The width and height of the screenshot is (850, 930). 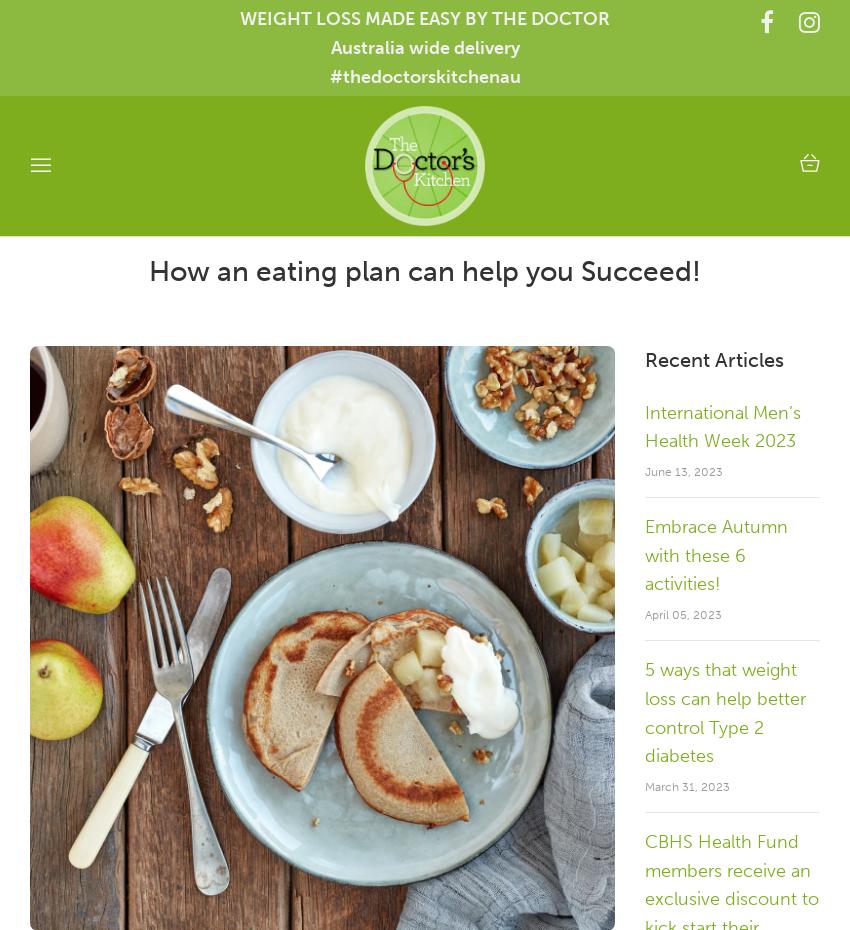 I want to click on 'Recent Articles', so click(x=713, y=357).